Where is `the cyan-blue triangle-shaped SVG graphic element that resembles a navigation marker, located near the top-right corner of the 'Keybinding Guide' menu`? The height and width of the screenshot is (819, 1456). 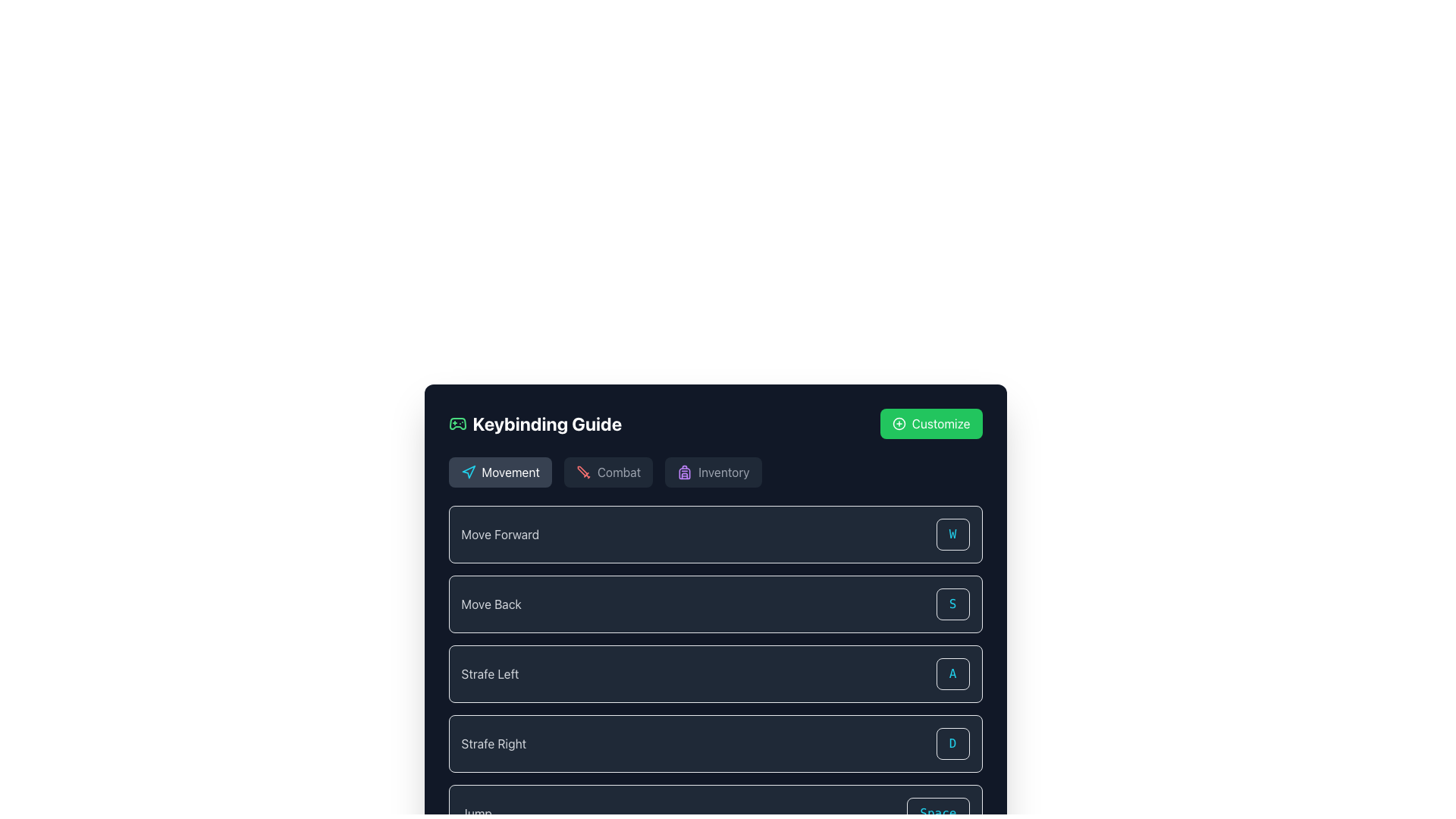
the cyan-blue triangle-shaped SVG graphic element that resembles a navigation marker, located near the top-right corner of the 'Keybinding Guide' menu is located at coordinates (467, 471).